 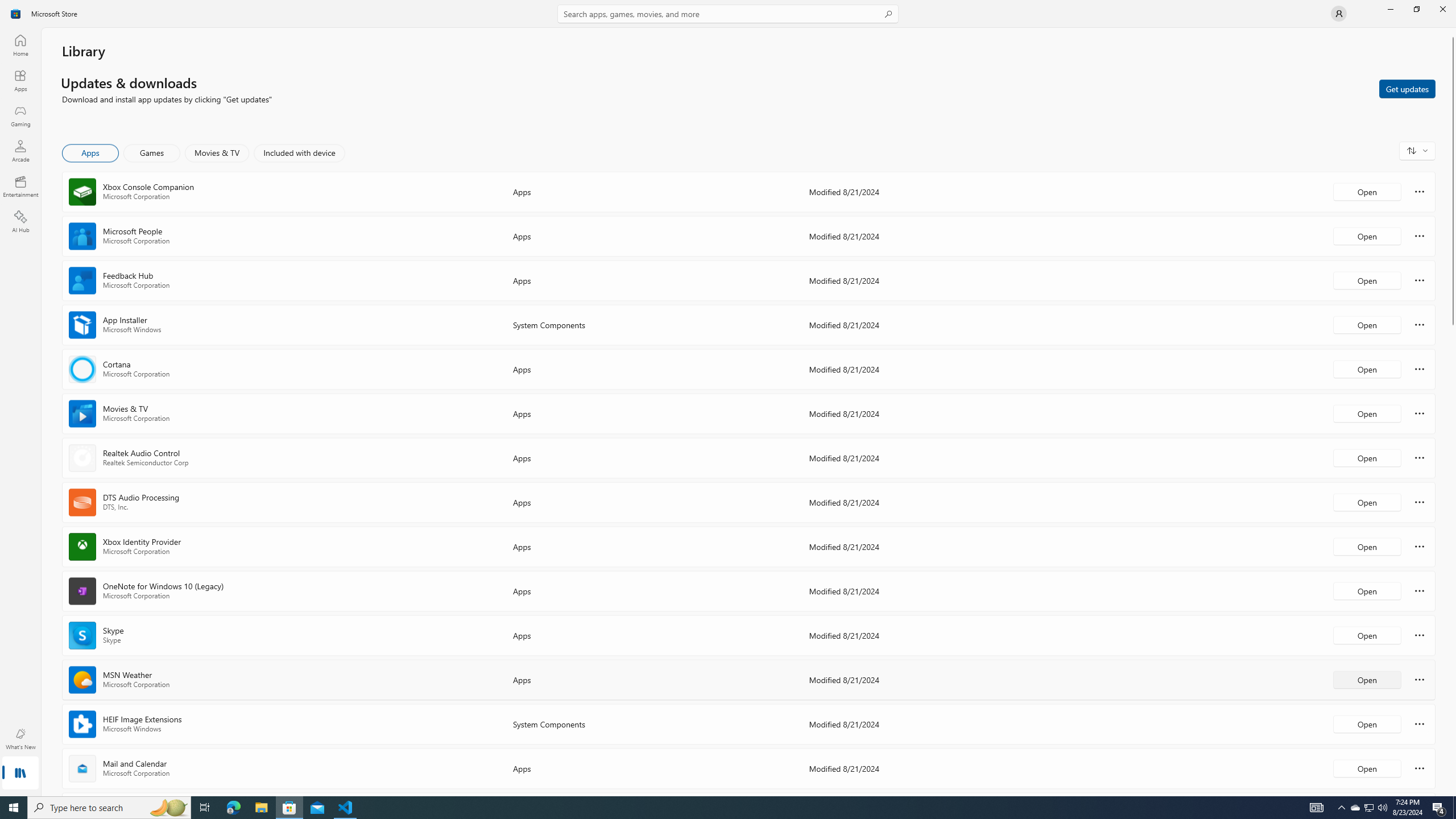 I want to click on 'Vertical Small Decrease', so click(x=1451, y=31).